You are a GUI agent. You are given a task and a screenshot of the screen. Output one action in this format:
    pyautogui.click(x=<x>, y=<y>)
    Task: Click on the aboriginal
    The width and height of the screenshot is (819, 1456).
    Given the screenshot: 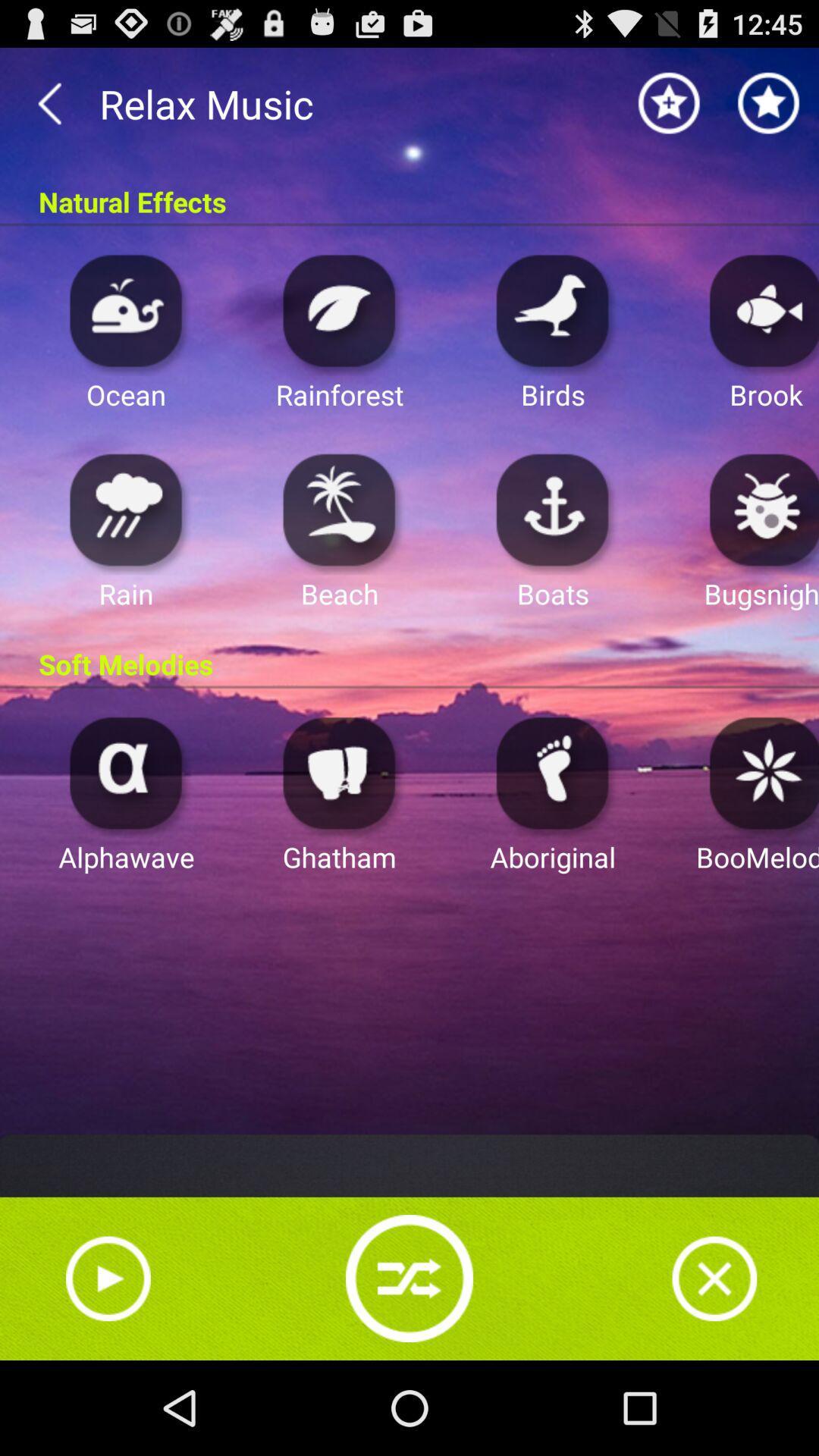 What is the action you would take?
    pyautogui.click(x=553, y=772)
    